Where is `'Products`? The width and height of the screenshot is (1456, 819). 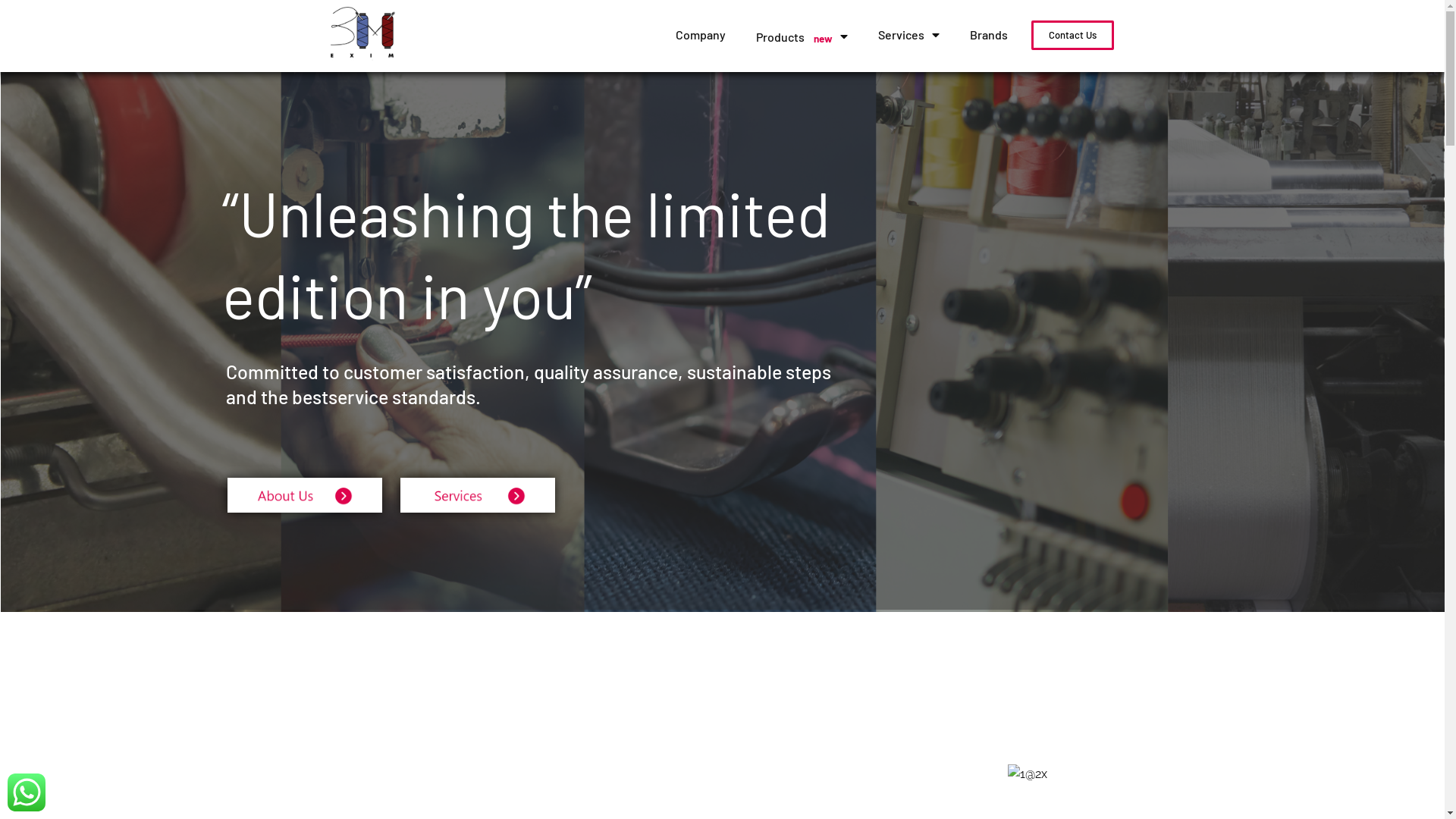
'Products is located at coordinates (801, 35).